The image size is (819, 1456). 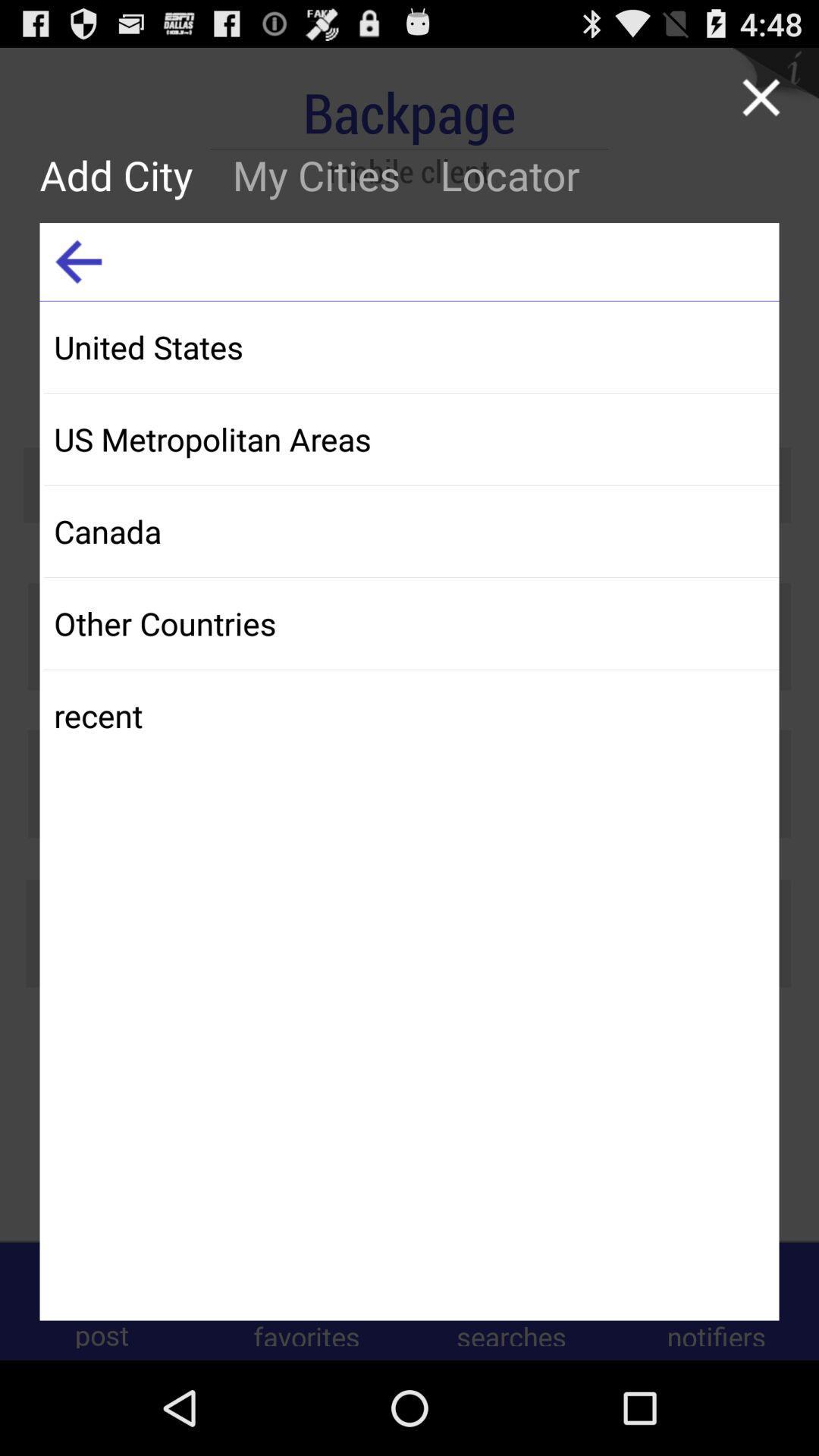 What do you see at coordinates (411, 623) in the screenshot?
I see `the item below canada` at bounding box center [411, 623].